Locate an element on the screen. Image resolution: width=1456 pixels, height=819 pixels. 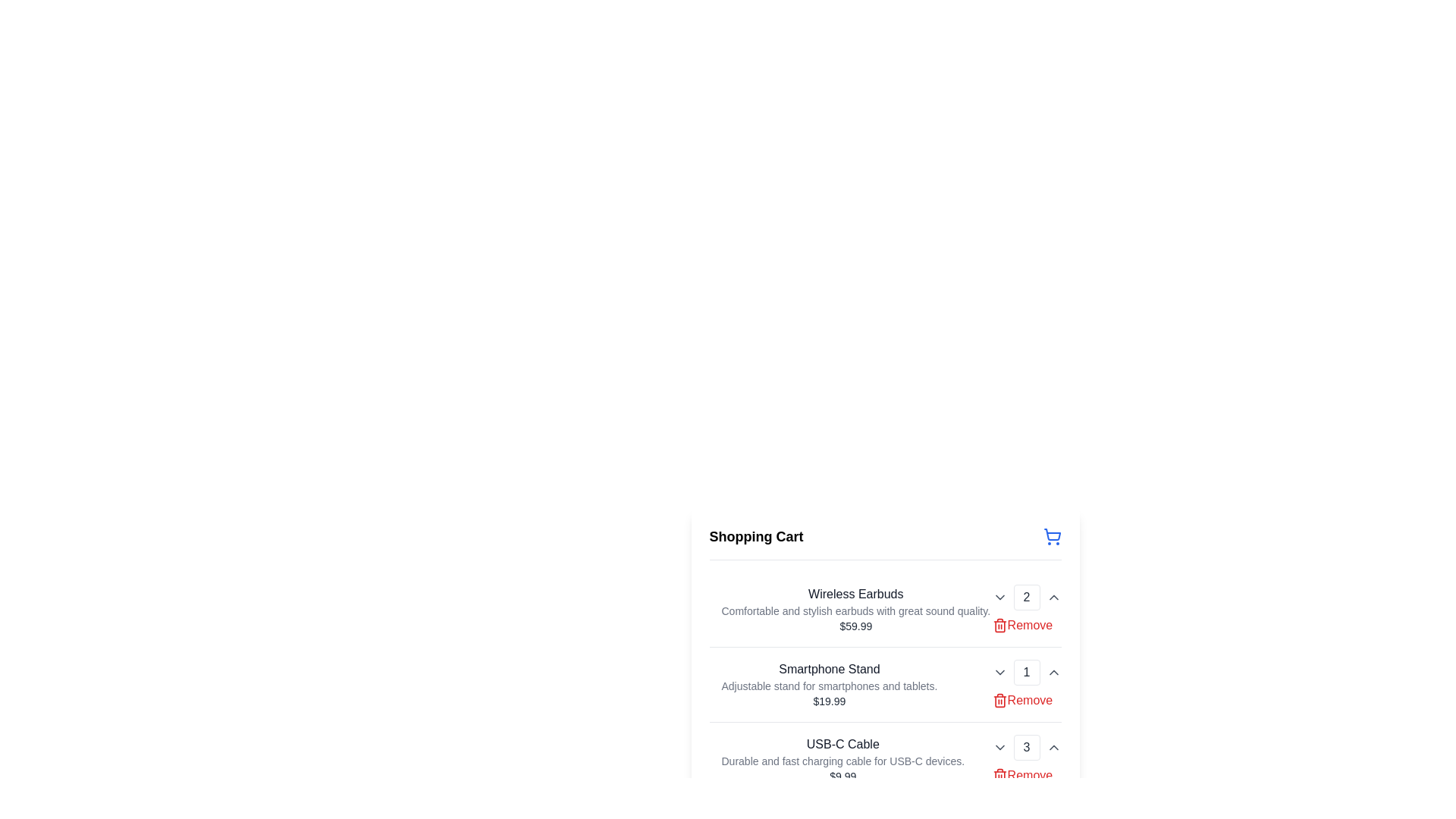
the red 'Remove' text link with trash can icon located in the shopping cart interface is located at coordinates (1022, 626).